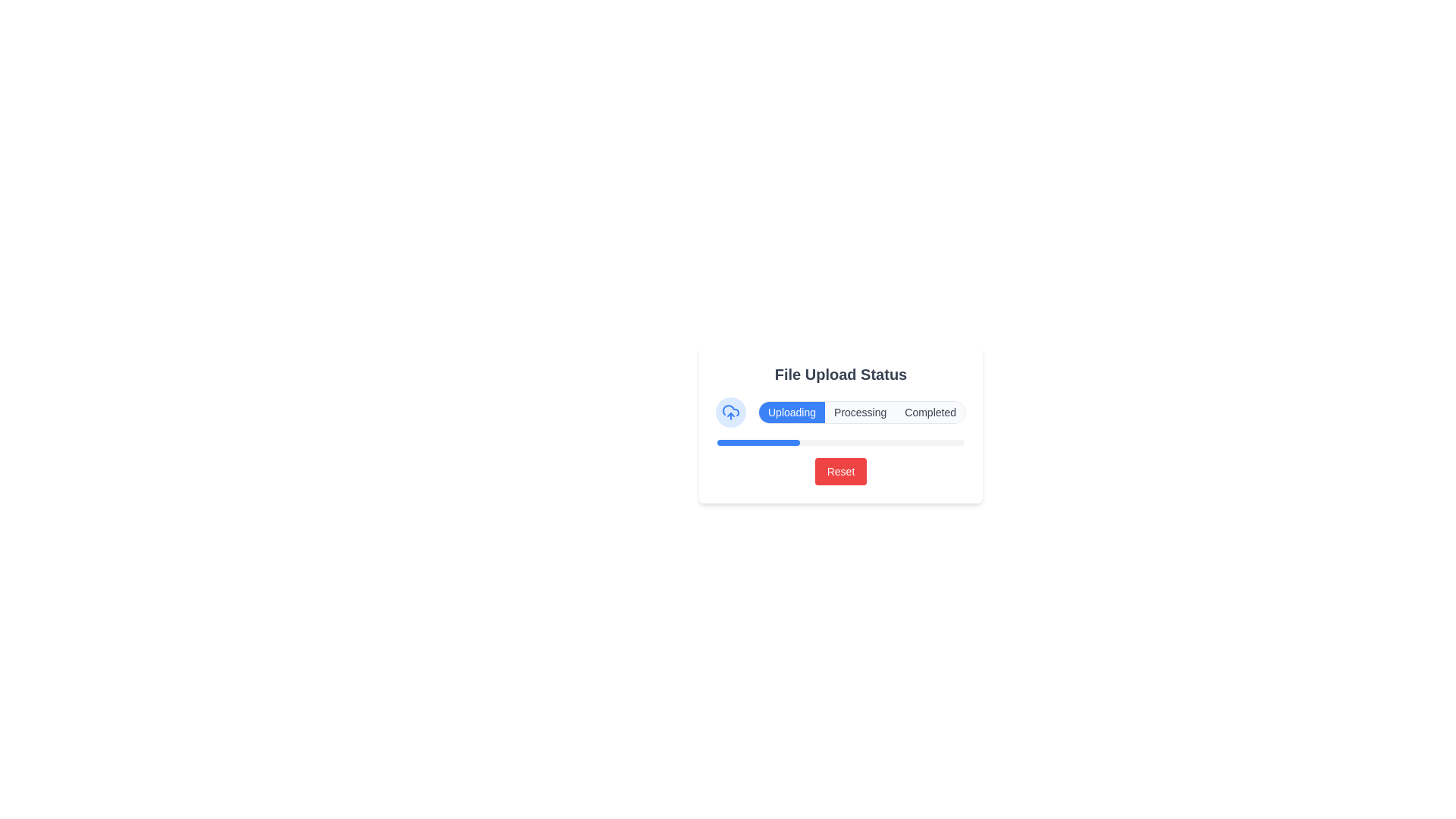 The height and width of the screenshot is (819, 1456). Describe the element at coordinates (839, 374) in the screenshot. I see `the text label indicating the file upload status, which serves as a header for the upload section` at that location.